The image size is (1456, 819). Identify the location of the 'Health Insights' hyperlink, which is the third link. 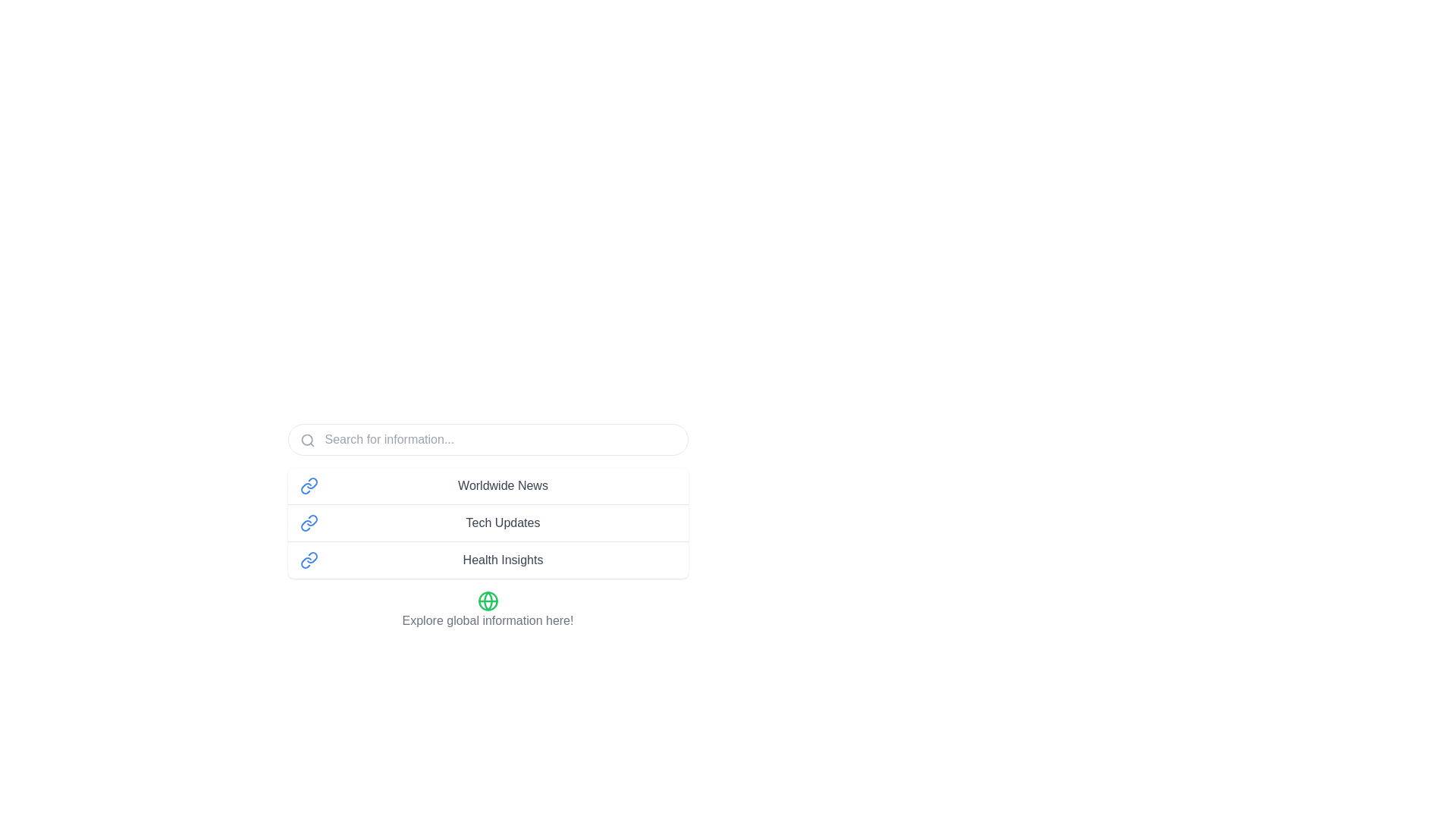
(503, 560).